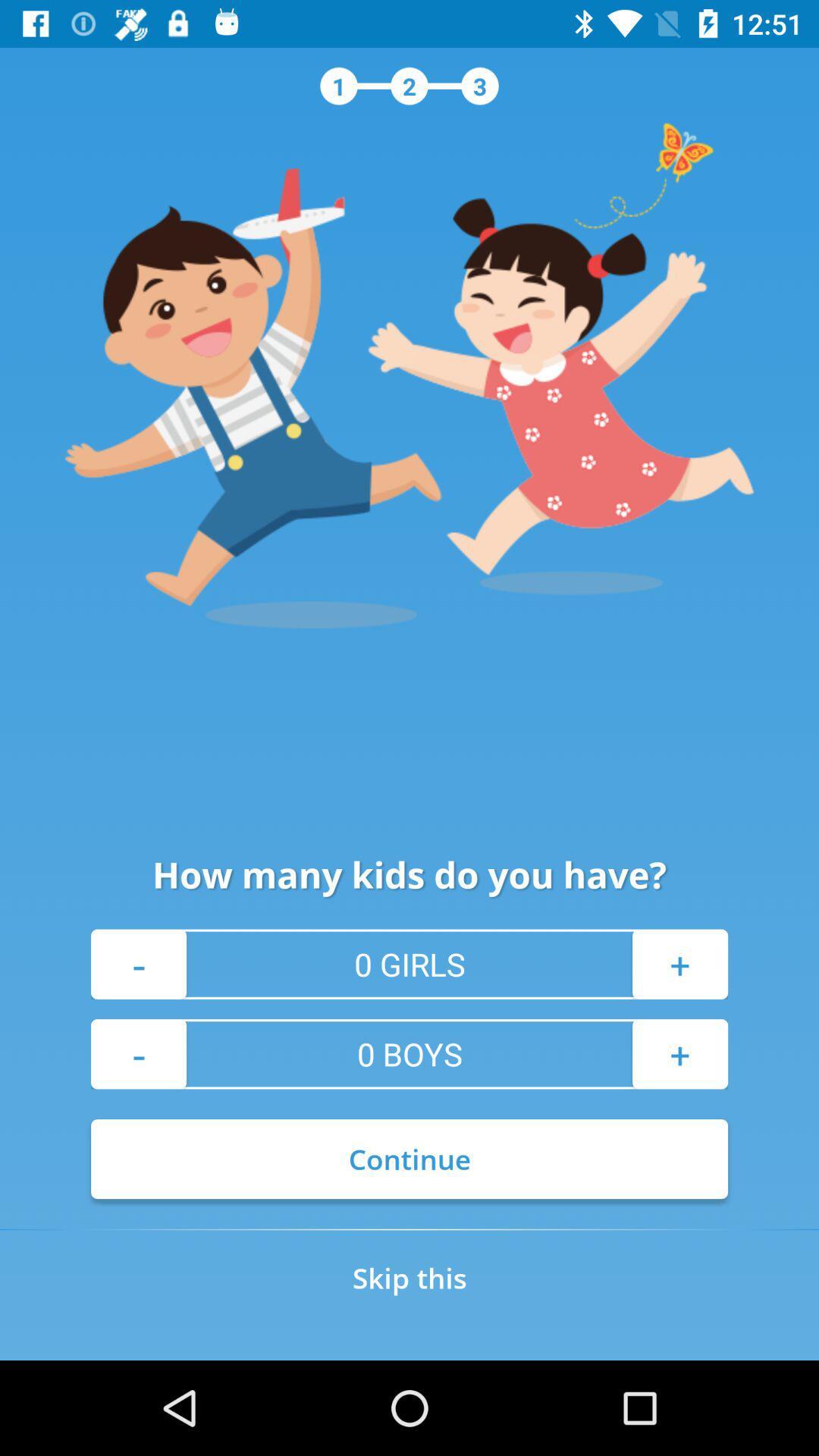 Image resolution: width=819 pixels, height=1456 pixels. Describe the element at coordinates (409, 1158) in the screenshot. I see `the continue icon` at that location.